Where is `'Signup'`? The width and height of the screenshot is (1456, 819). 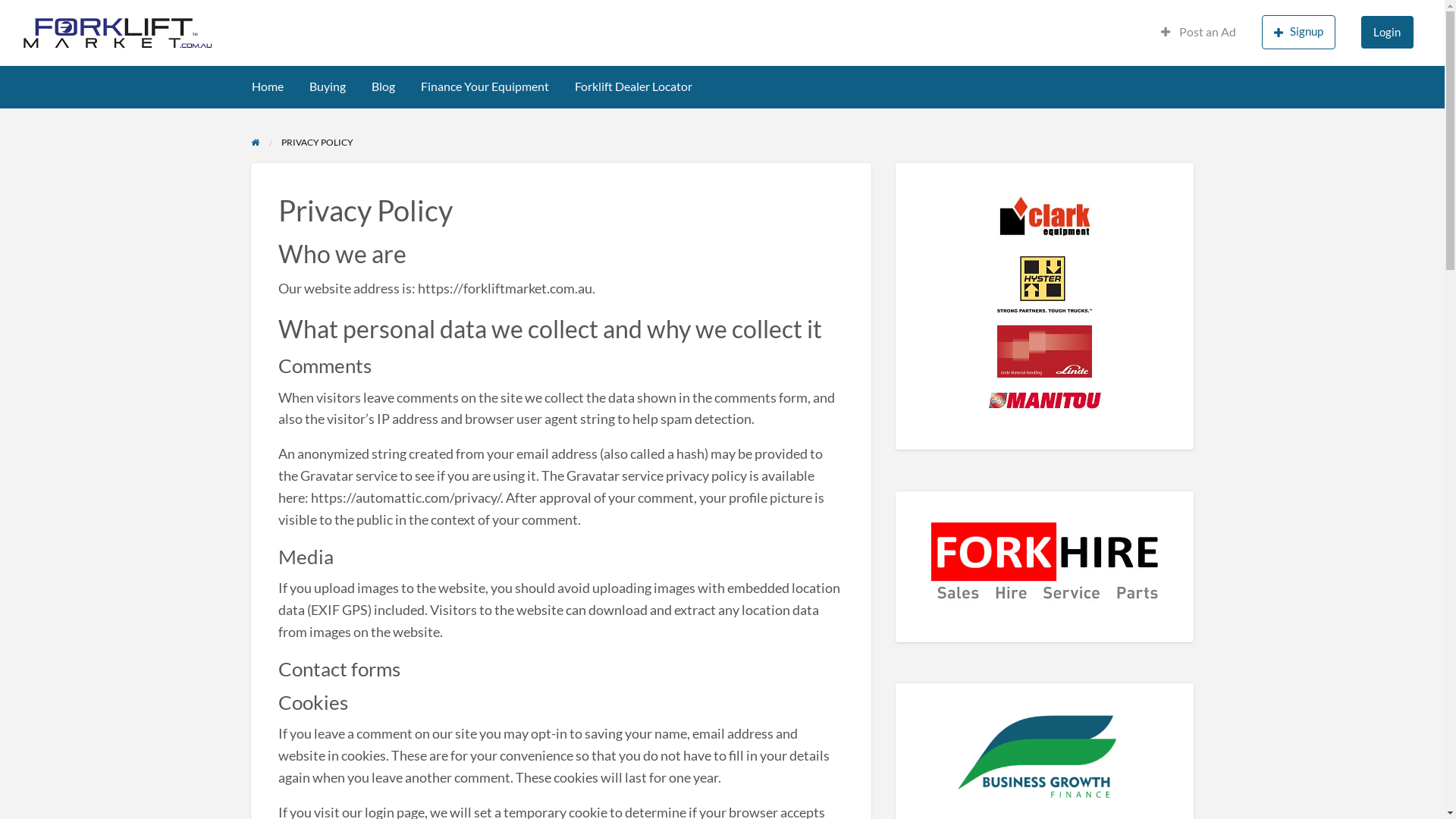 'Signup' is located at coordinates (1298, 32).